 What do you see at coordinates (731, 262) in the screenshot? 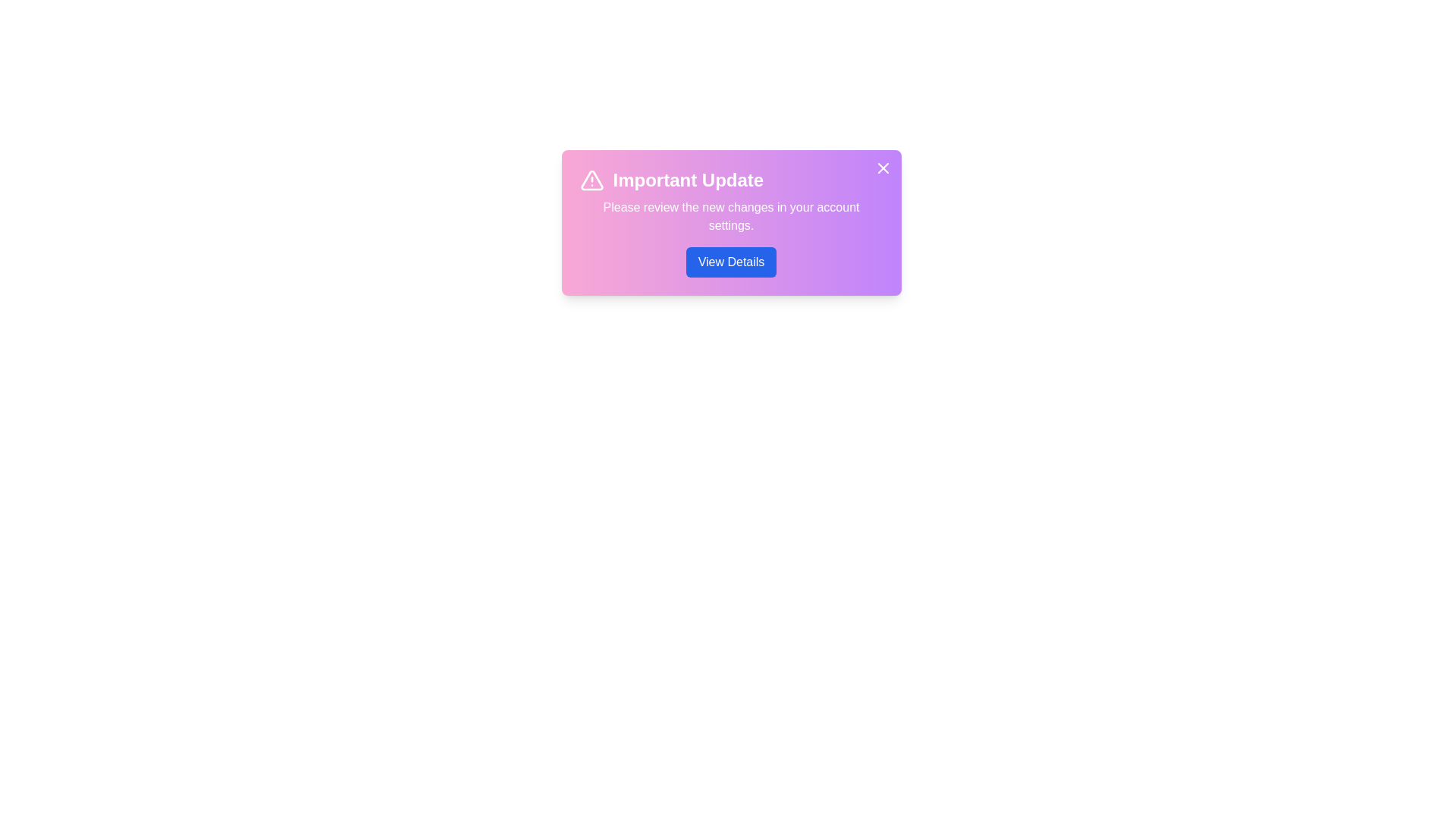
I see `the 'View Details' button to view more information about the update` at bounding box center [731, 262].